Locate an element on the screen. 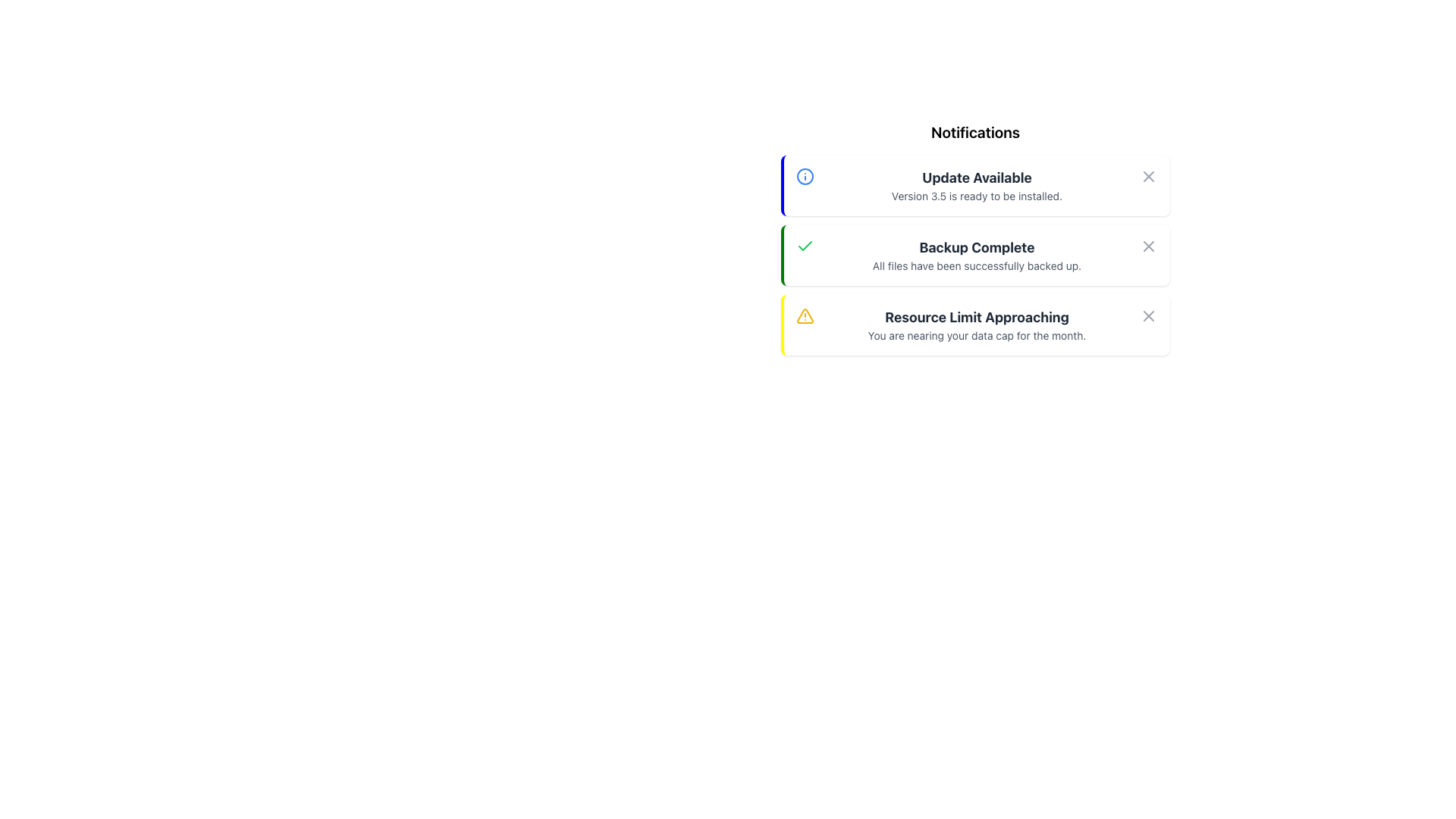 Image resolution: width=1456 pixels, height=819 pixels. the circular icon with a blue outline and a blue dot, located to the left of the text 'Update Available' in the notification box is located at coordinates (804, 175).